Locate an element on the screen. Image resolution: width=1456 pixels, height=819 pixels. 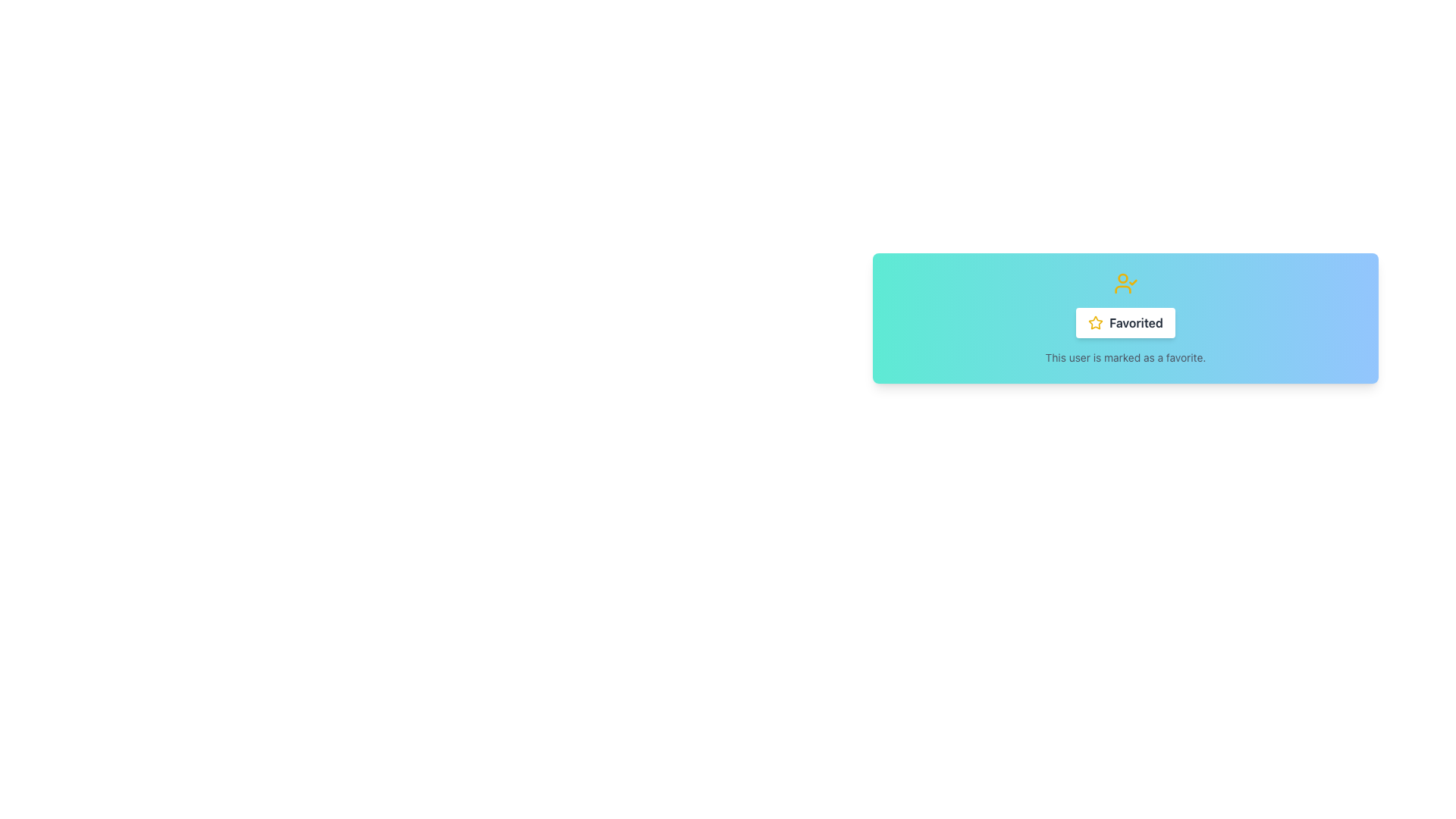
the text label that provides additional information about the state of a user being marked as a favorite, located beneath the 'Favorited' button at the bottom center of the card with a gradient background is located at coordinates (1125, 357).